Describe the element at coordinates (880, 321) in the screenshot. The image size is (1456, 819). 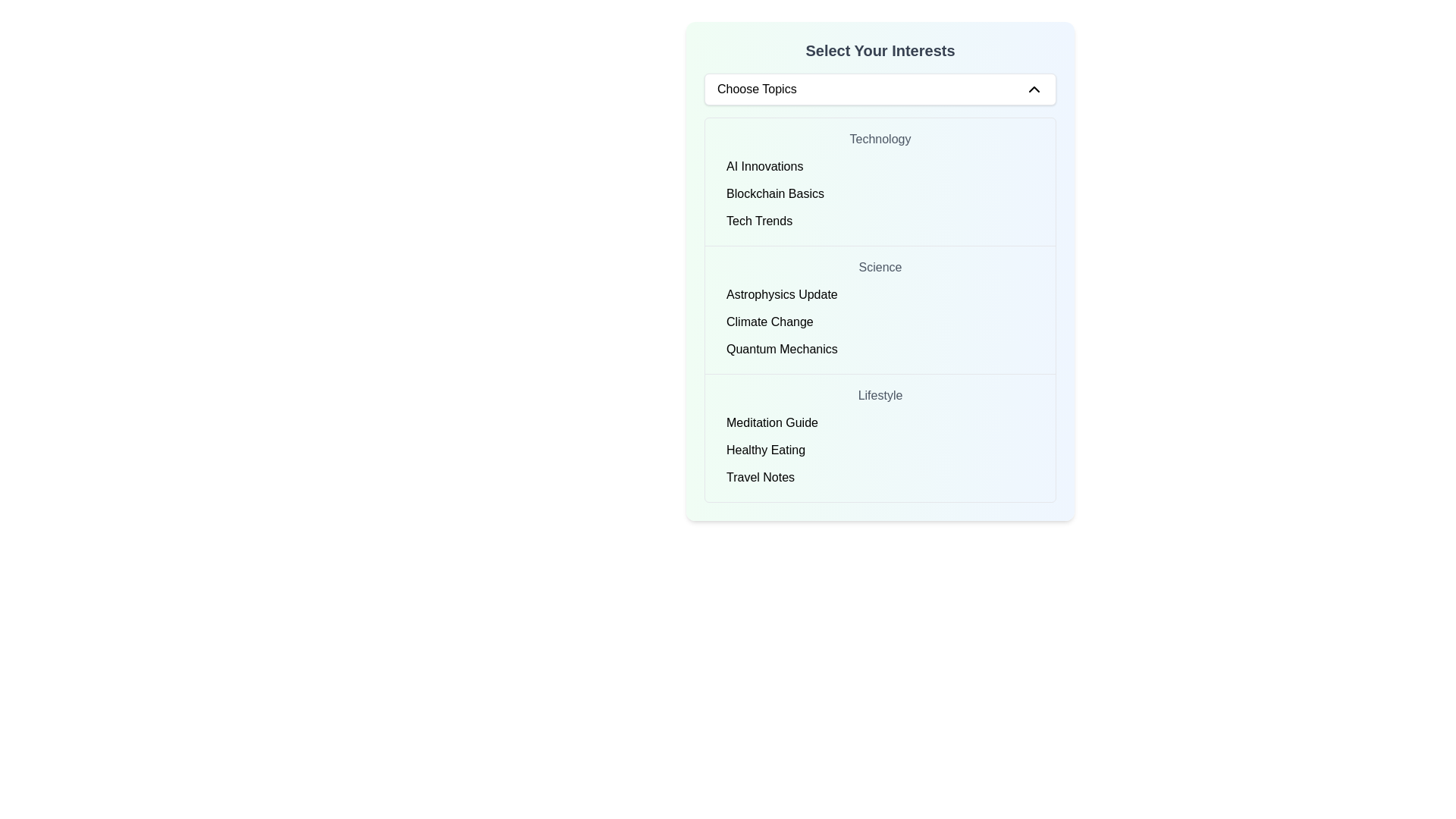
I see `the list item displaying 'Climate Change'` at that location.